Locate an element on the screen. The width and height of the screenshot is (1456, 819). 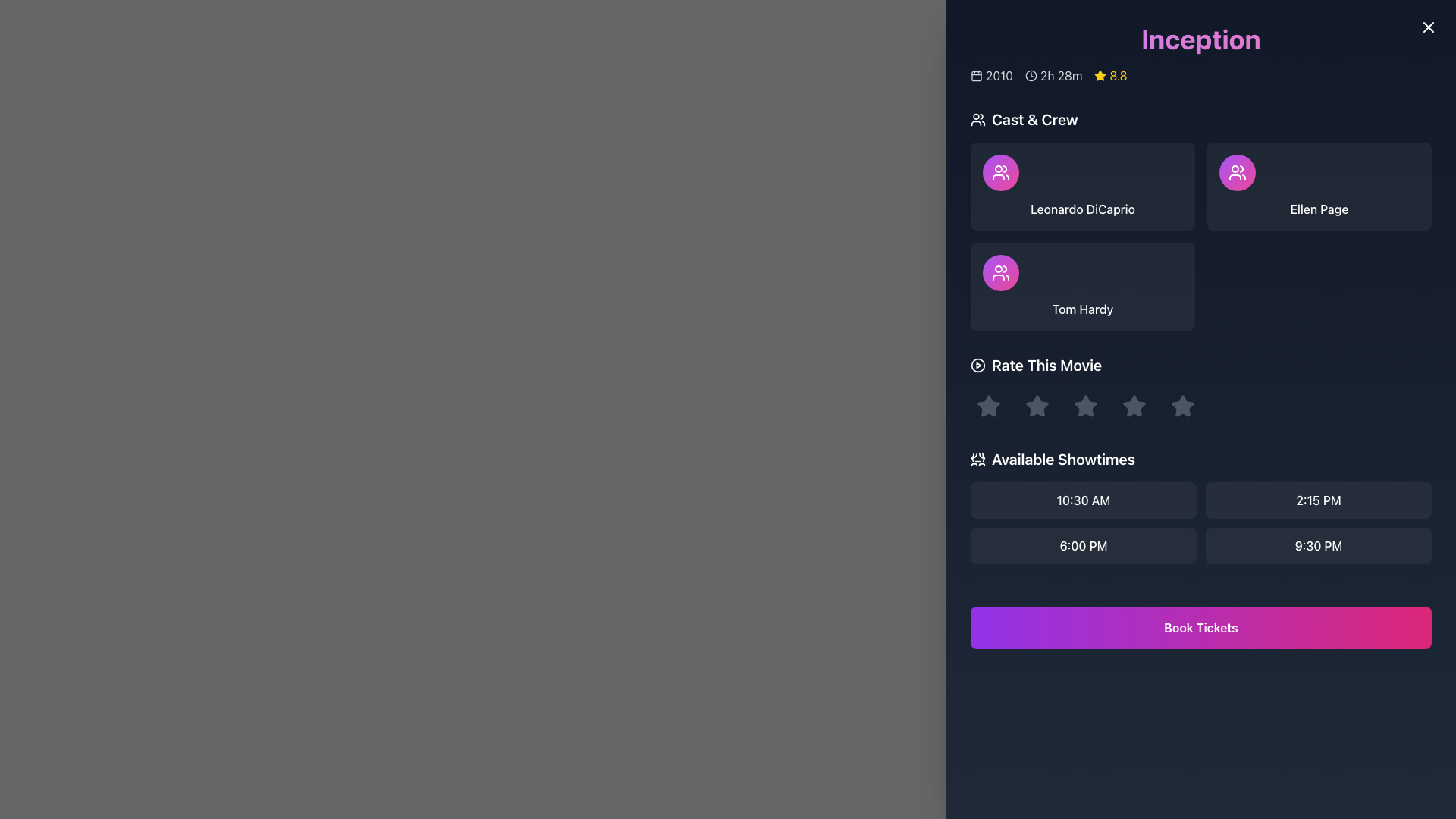
the play icon located to the left of the 'Rate This Movie' text is located at coordinates (978, 366).